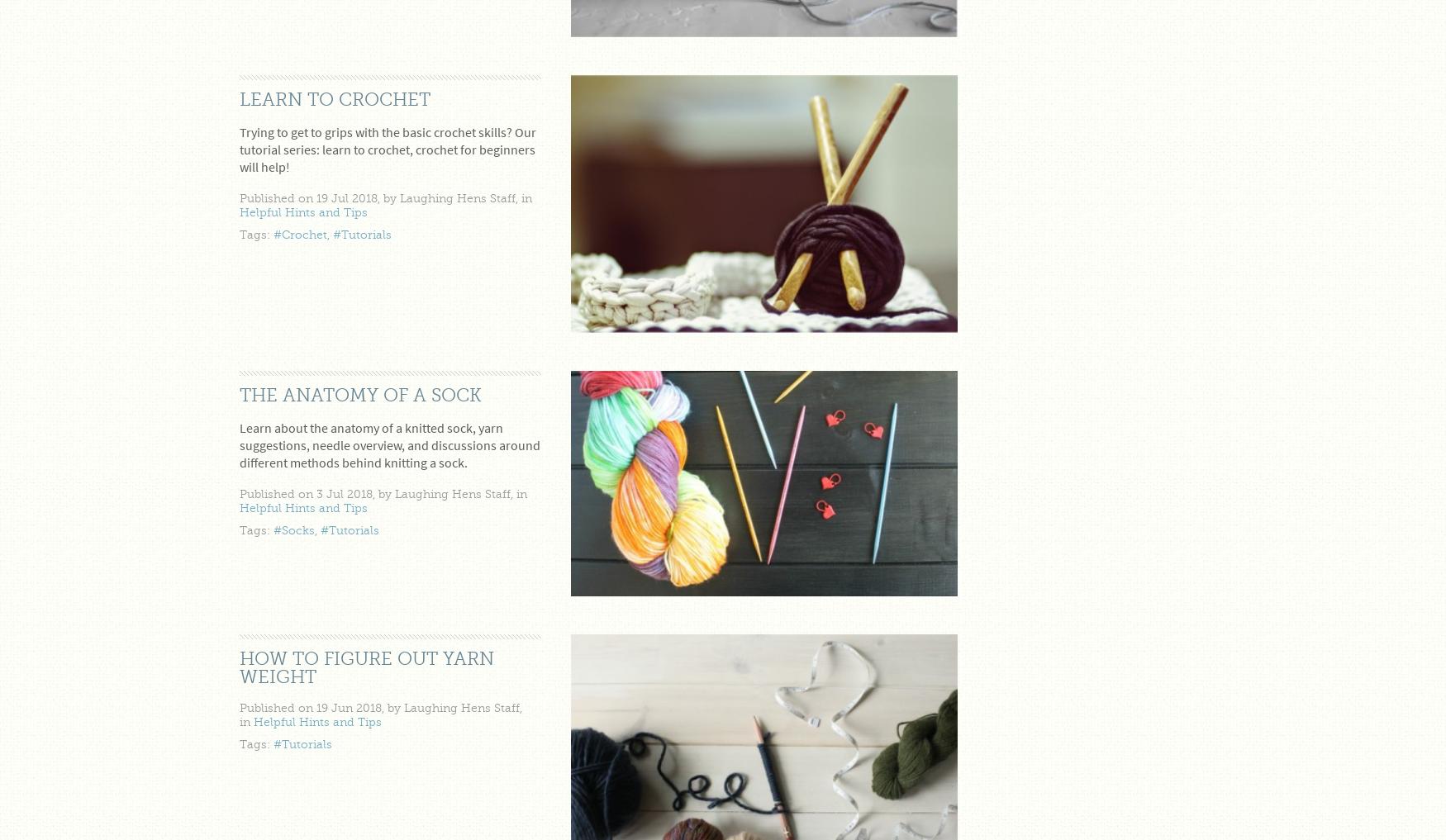 Image resolution: width=1446 pixels, height=840 pixels. I want to click on '#Crochet', so click(300, 235).